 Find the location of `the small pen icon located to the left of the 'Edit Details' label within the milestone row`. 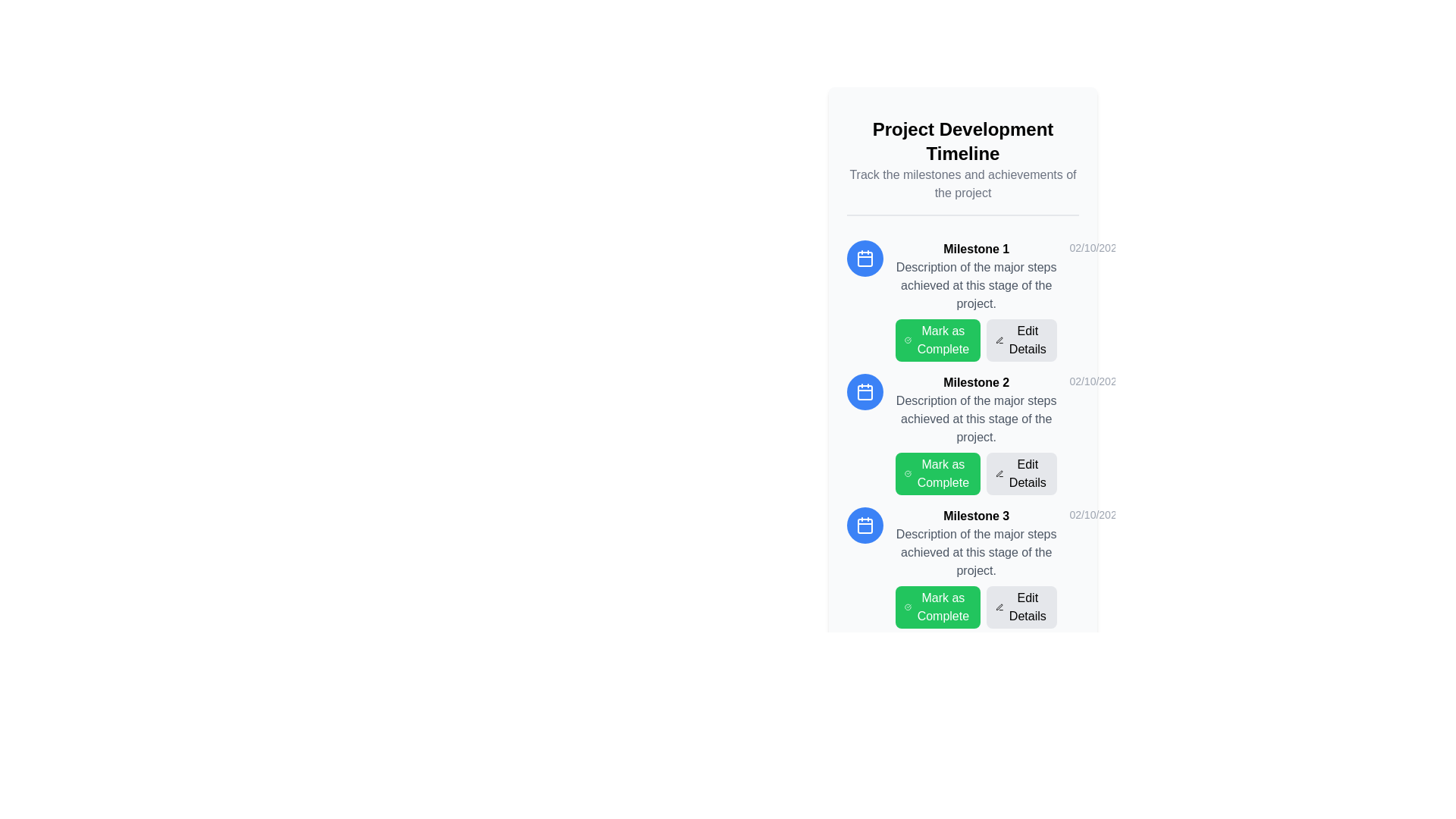

the small pen icon located to the left of the 'Edit Details' label within the milestone row is located at coordinates (999, 339).